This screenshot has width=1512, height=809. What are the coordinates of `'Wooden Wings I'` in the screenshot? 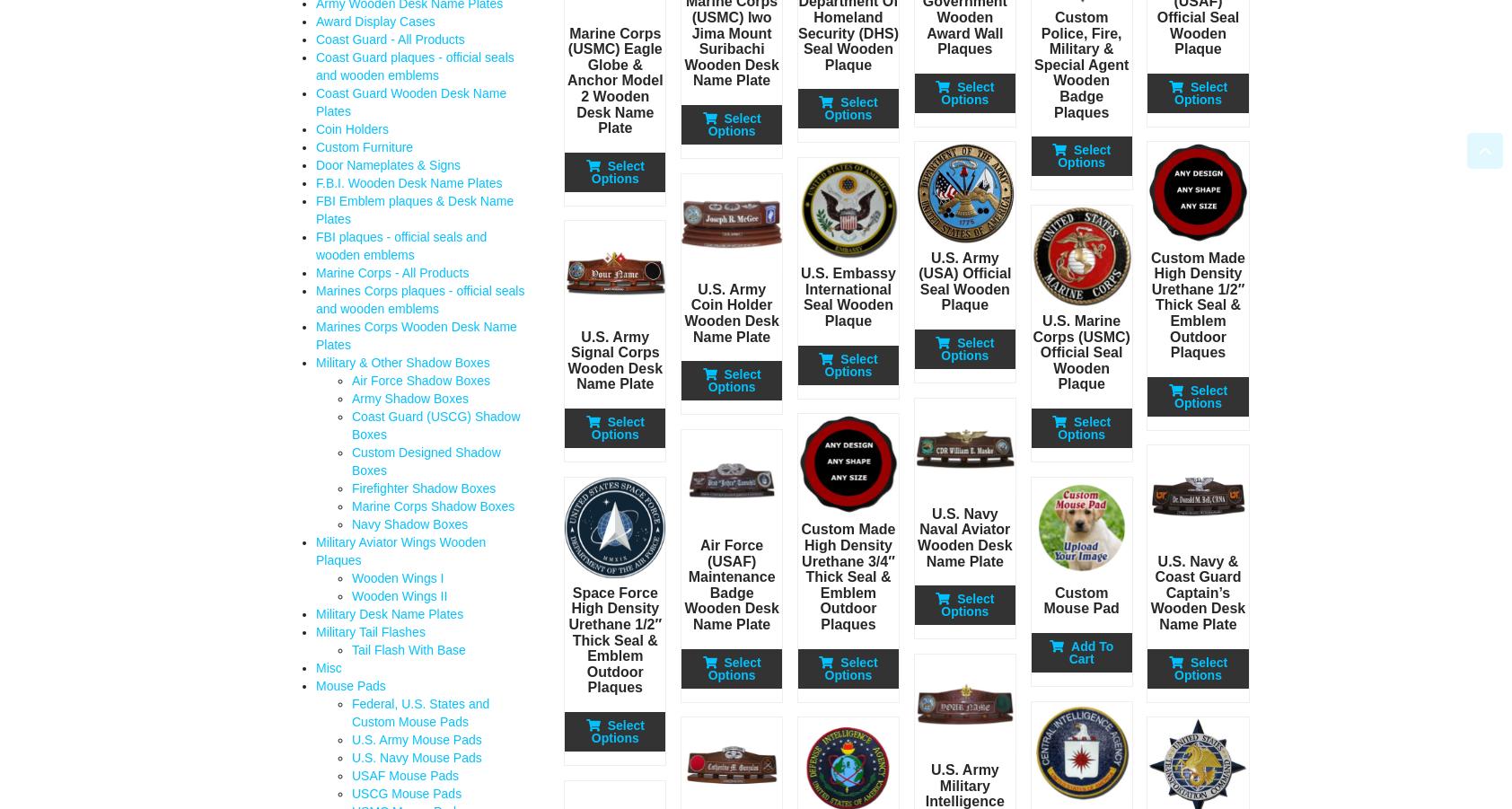 It's located at (352, 578).